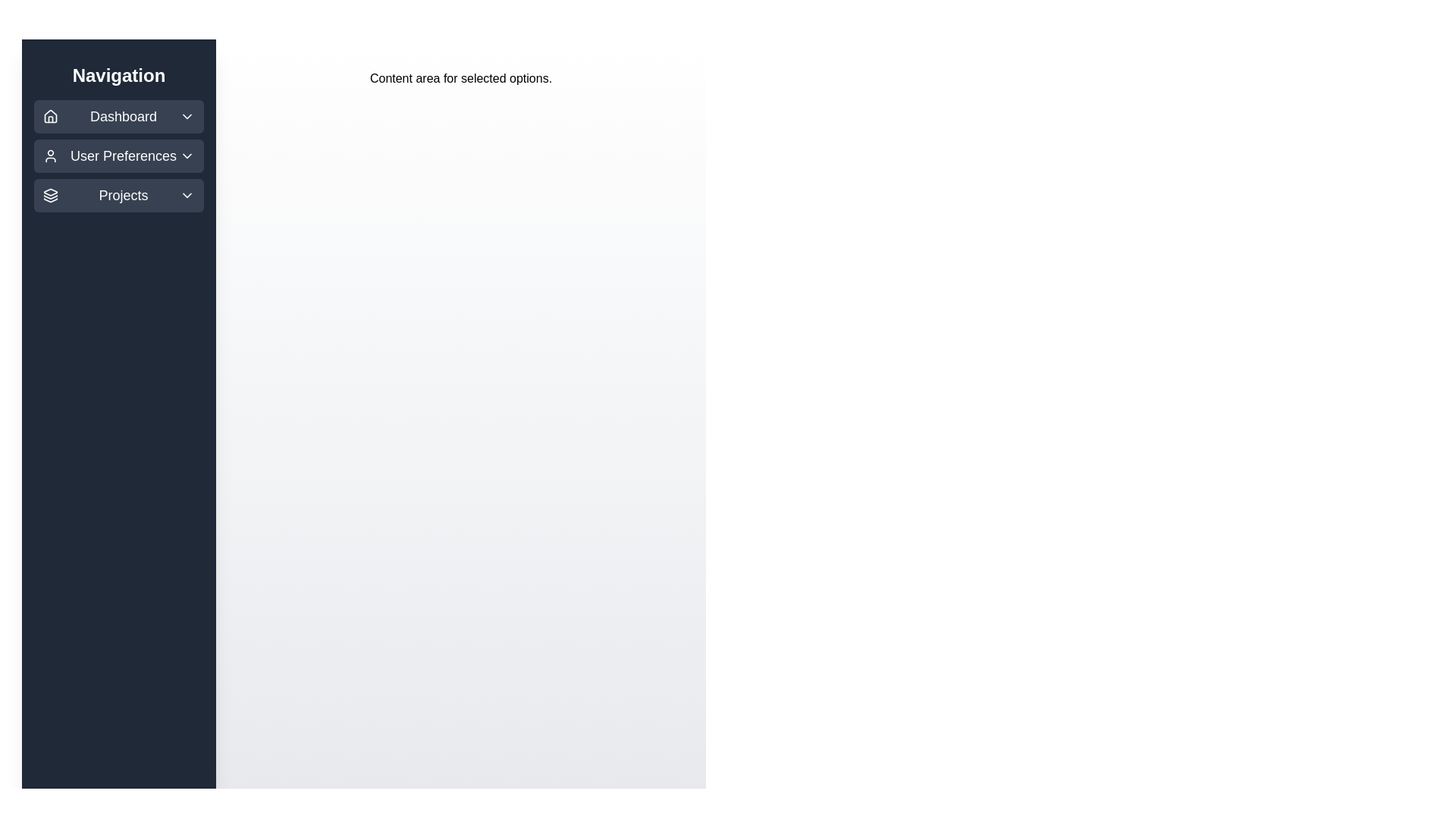 Image resolution: width=1456 pixels, height=819 pixels. Describe the element at coordinates (124, 116) in the screenshot. I see `text content of the Dashboard label in the vertical navigation menu, which is positioned to the right of the home-shaped icon` at that location.